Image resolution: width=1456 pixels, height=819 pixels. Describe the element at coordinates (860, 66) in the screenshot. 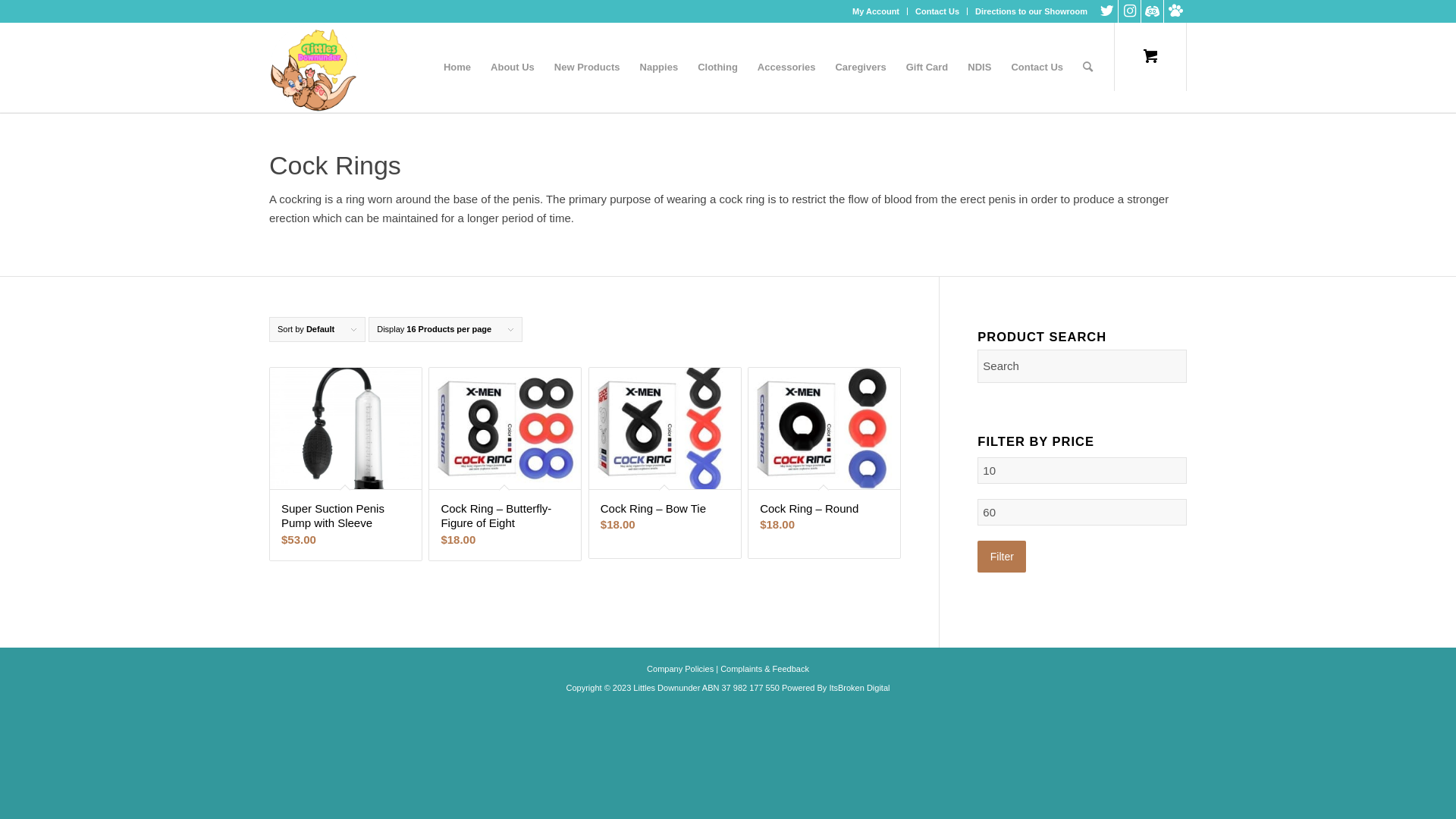

I see `'Caregivers'` at that location.